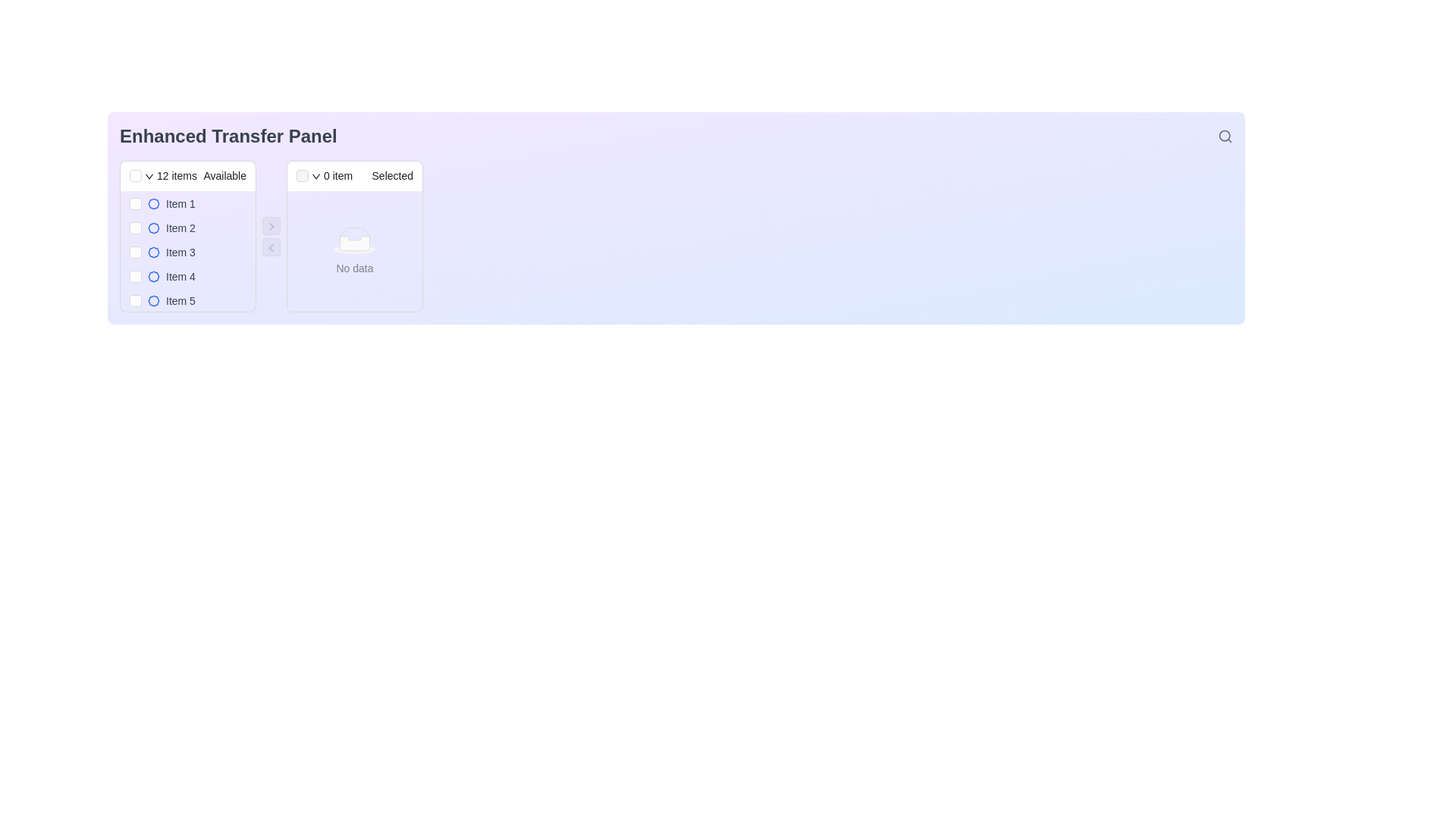  What do you see at coordinates (180, 203) in the screenshot?
I see `the text label for the first item in the list, which is positioned next to a circular checkbox and is part of a horizontally oriented group with an icon` at bounding box center [180, 203].